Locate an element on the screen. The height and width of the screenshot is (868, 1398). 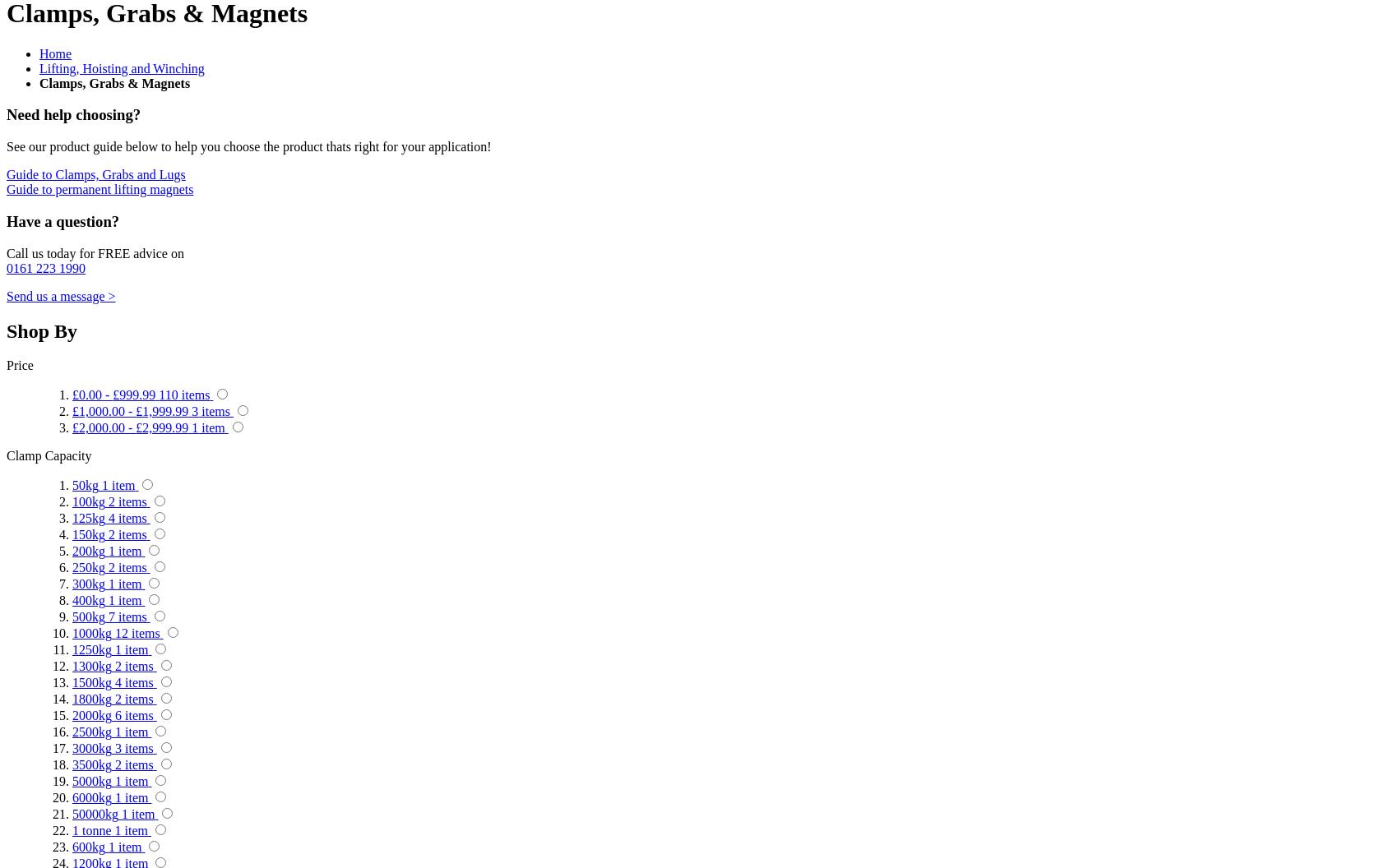
'Call us today for FREE advice on' is located at coordinates (94, 252).